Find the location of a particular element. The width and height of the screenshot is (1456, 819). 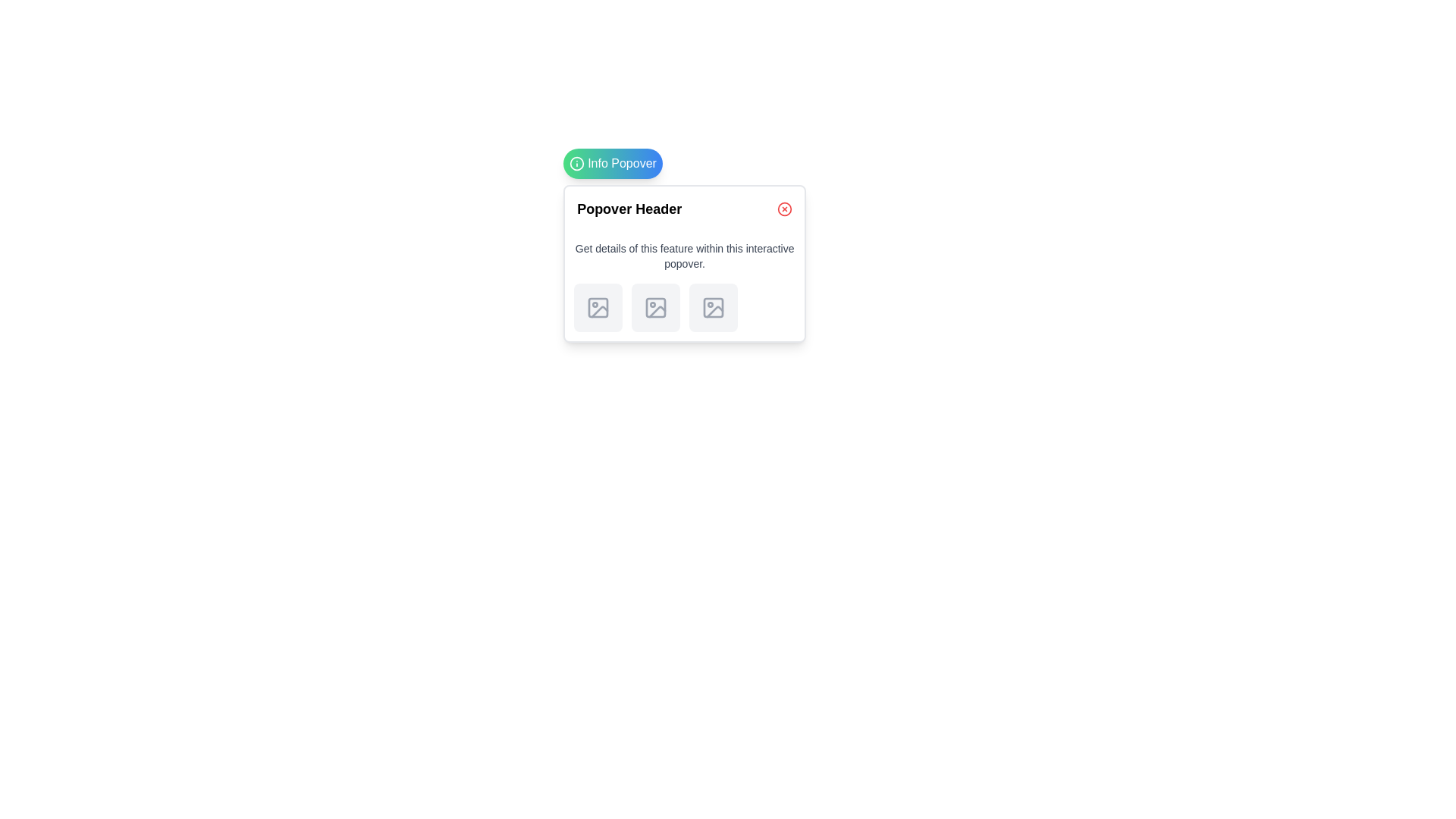

the second button at the bottom of the popover card that contains the icon symbolizing an image-related action is located at coordinates (656, 307).